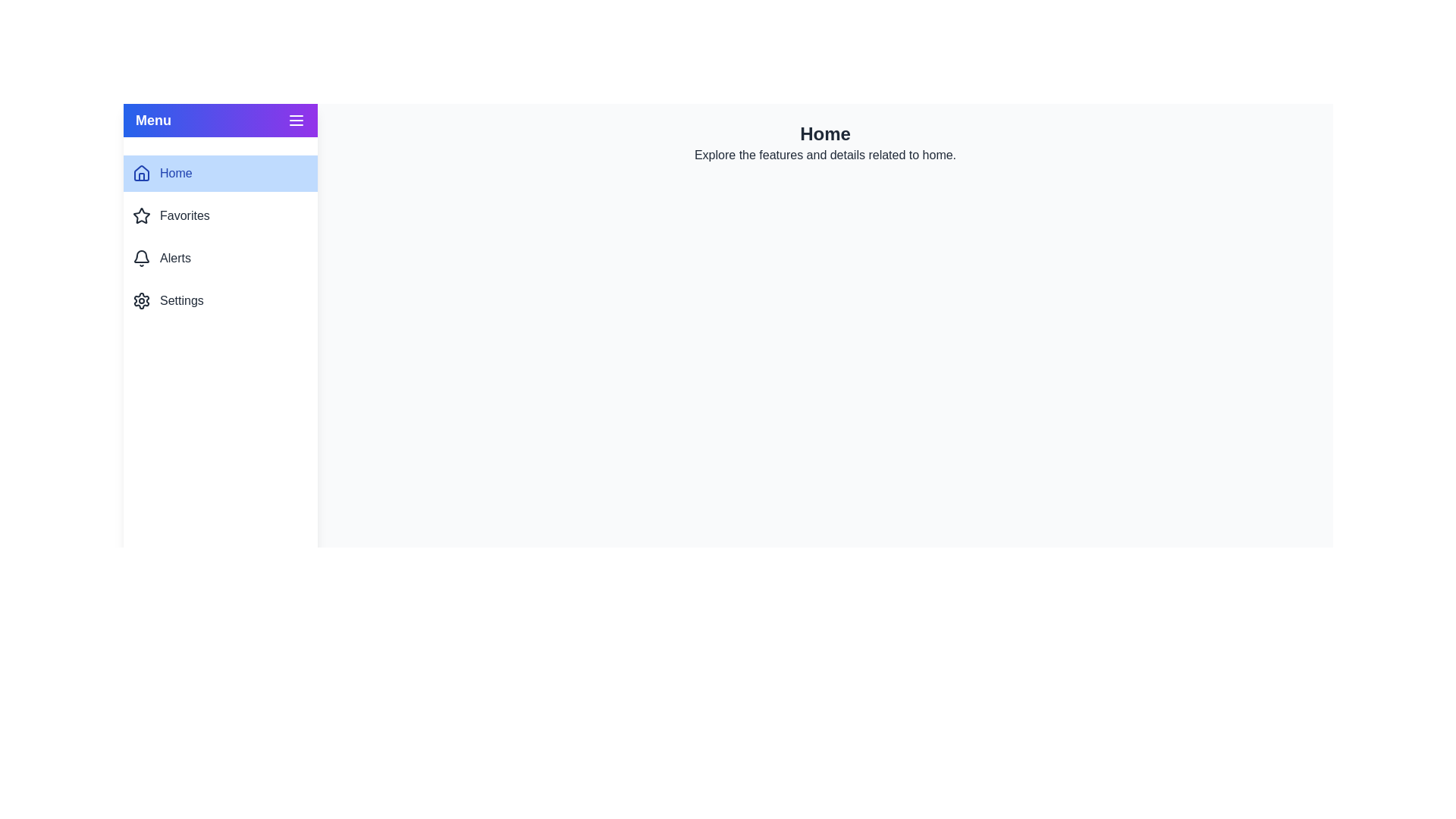 This screenshot has height=819, width=1456. What do you see at coordinates (142, 216) in the screenshot?
I see `the star-shaped icon located at the leftmost side of the 'Favorites' label in the vertical navigation menu` at bounding box center [142, 216].